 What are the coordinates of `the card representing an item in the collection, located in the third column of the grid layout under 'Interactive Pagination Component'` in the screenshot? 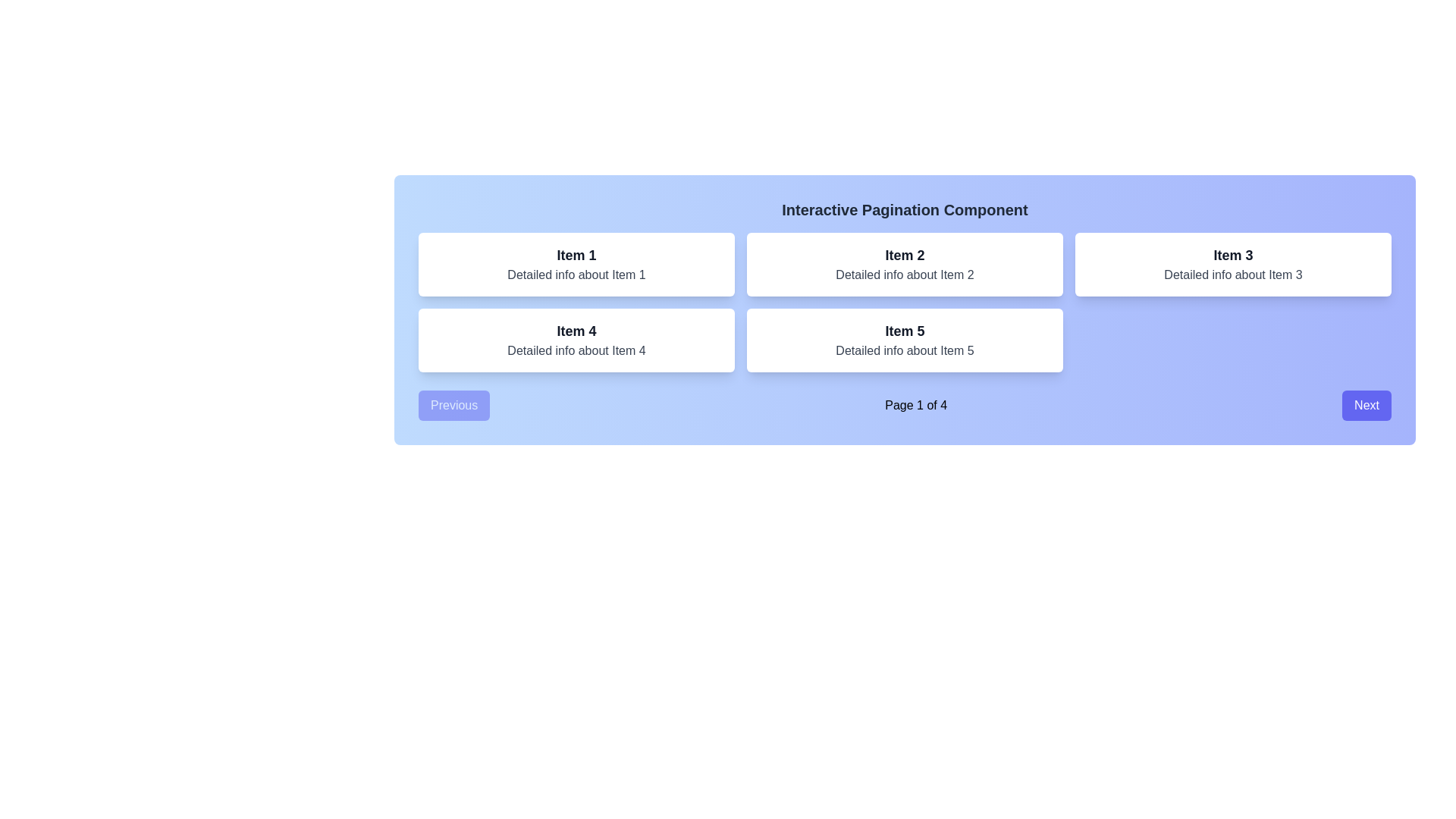 It's located at (1233, 263).